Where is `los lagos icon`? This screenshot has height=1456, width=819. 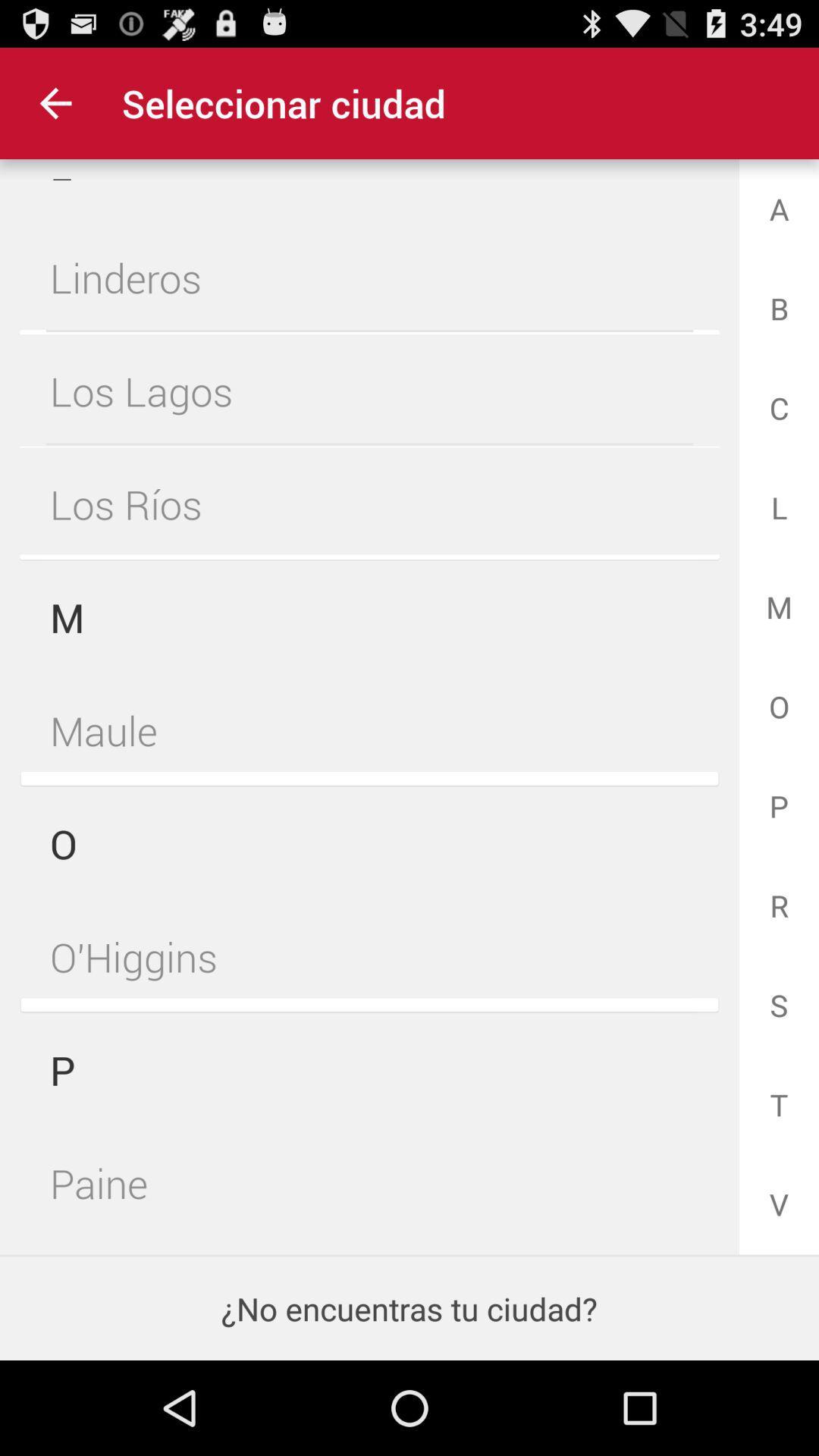 los lagos icon is located at coordinates (369, 391).